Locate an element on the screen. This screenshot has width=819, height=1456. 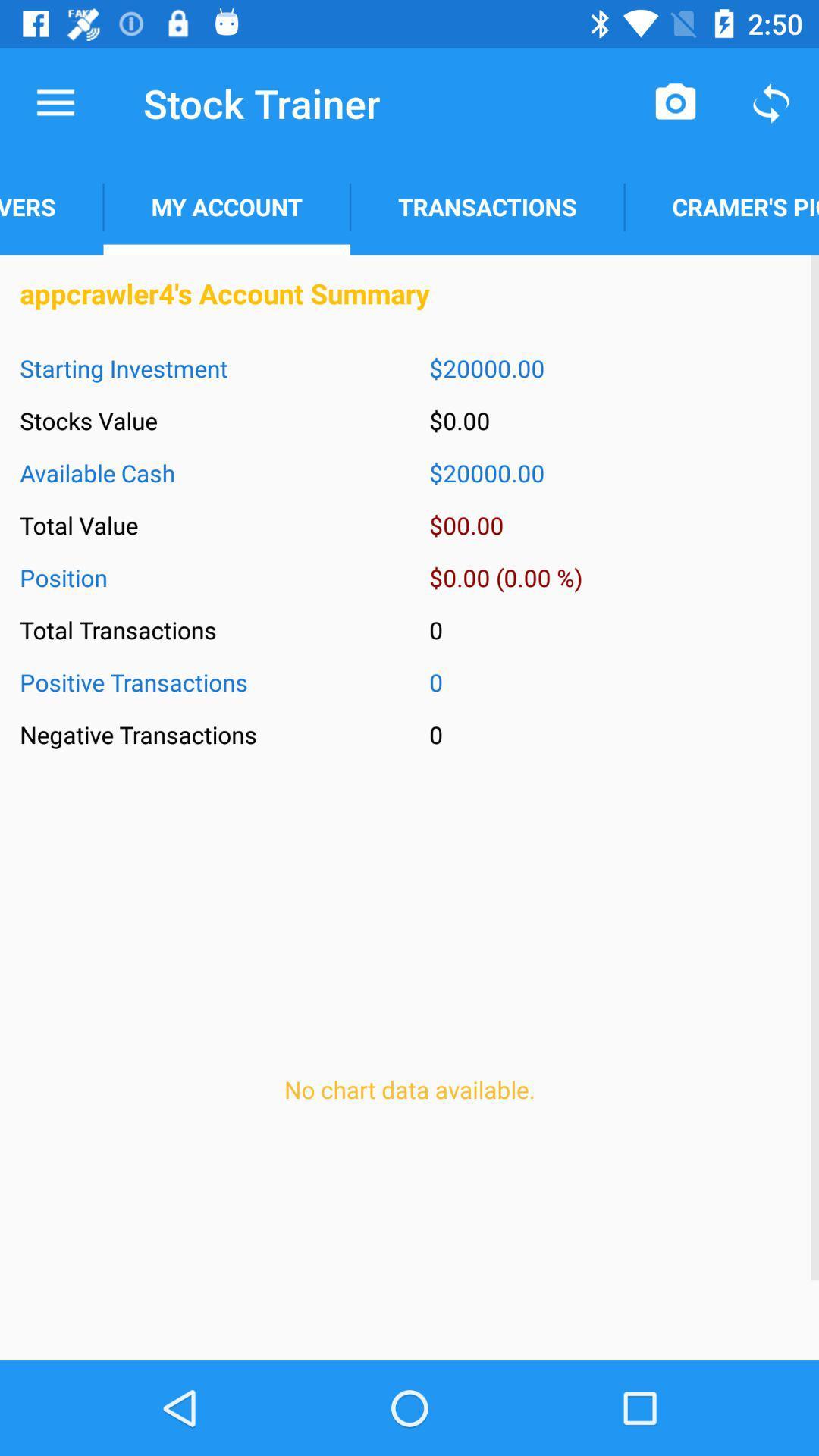
icon above appcrawler4 s account icon is located at coordinates (720, 206).